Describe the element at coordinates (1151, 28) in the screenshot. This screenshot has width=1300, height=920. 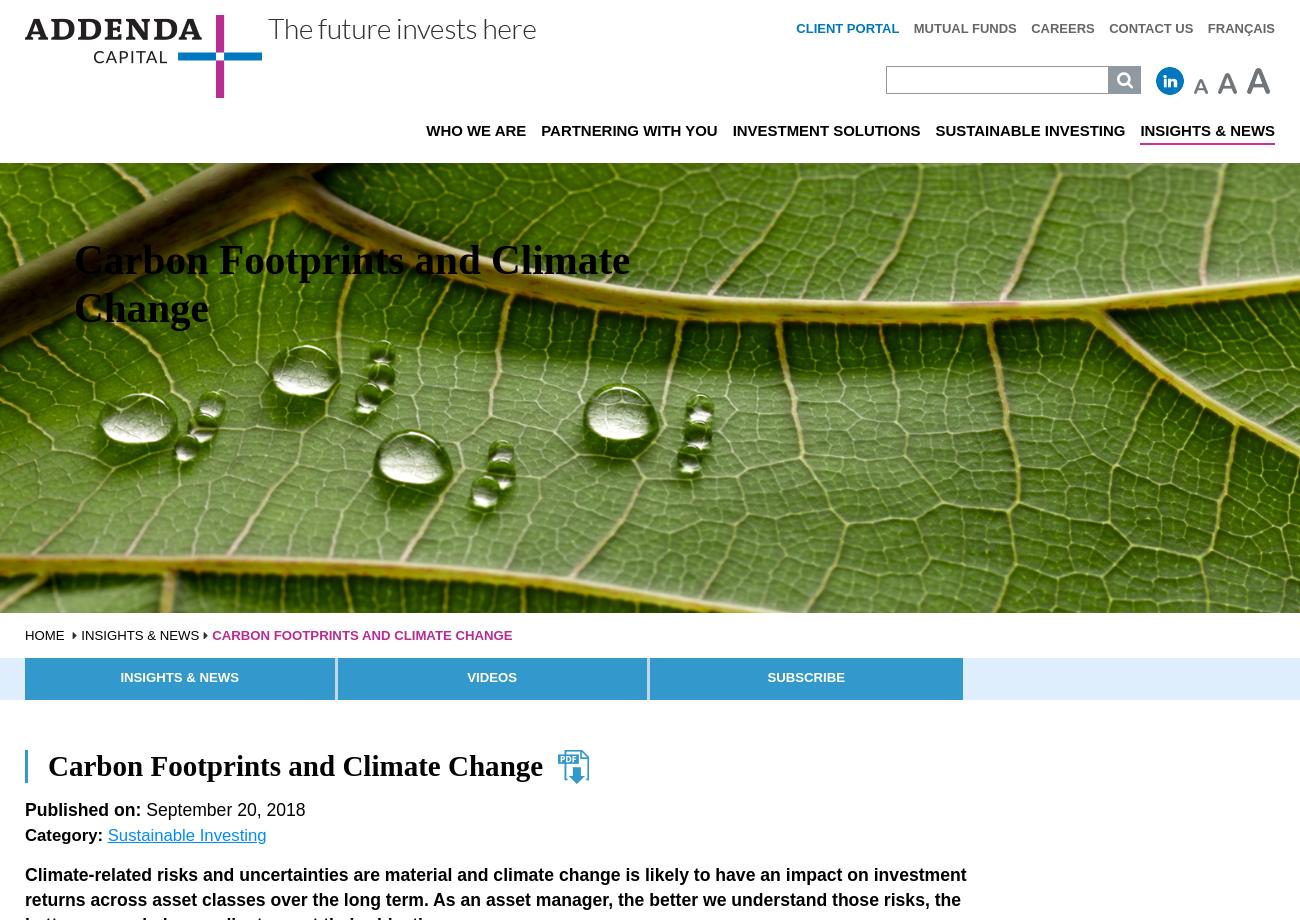
I see `'Contact Us'` at that location.